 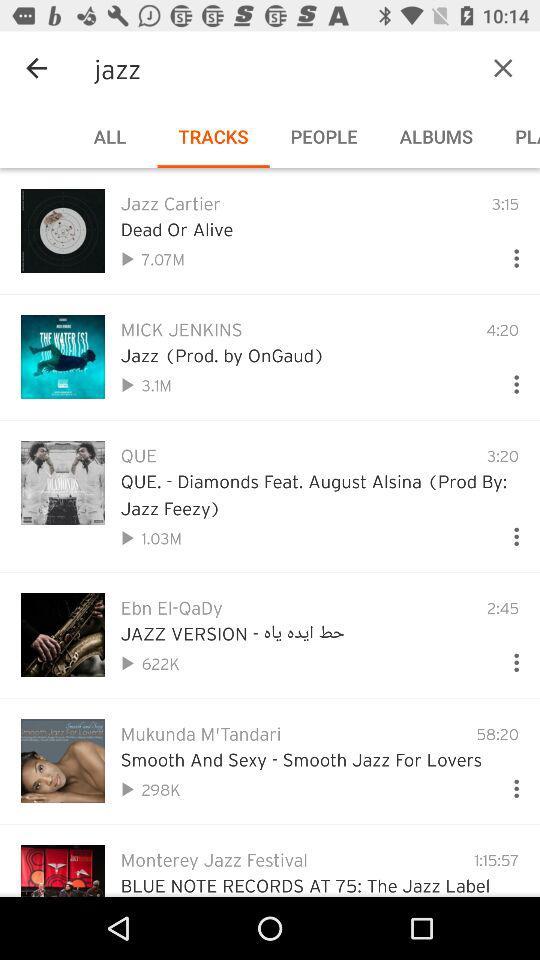 What do you see at coordinates (502, 68) in the screenshot?
I see `exit play list` at bounding box center [502, 68].